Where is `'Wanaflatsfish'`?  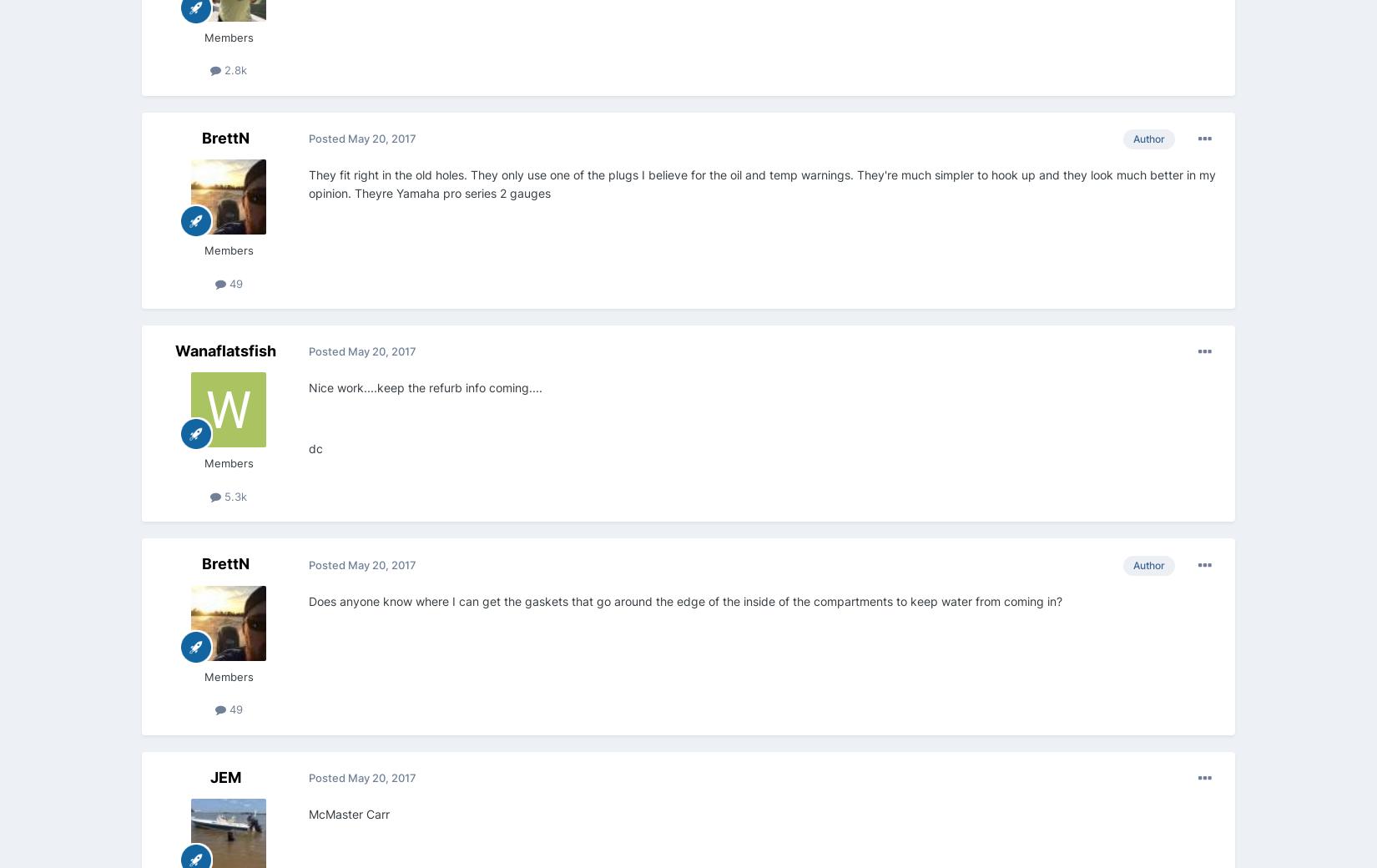
'Wanaflatsfish' is located at coordinates (224, 351).